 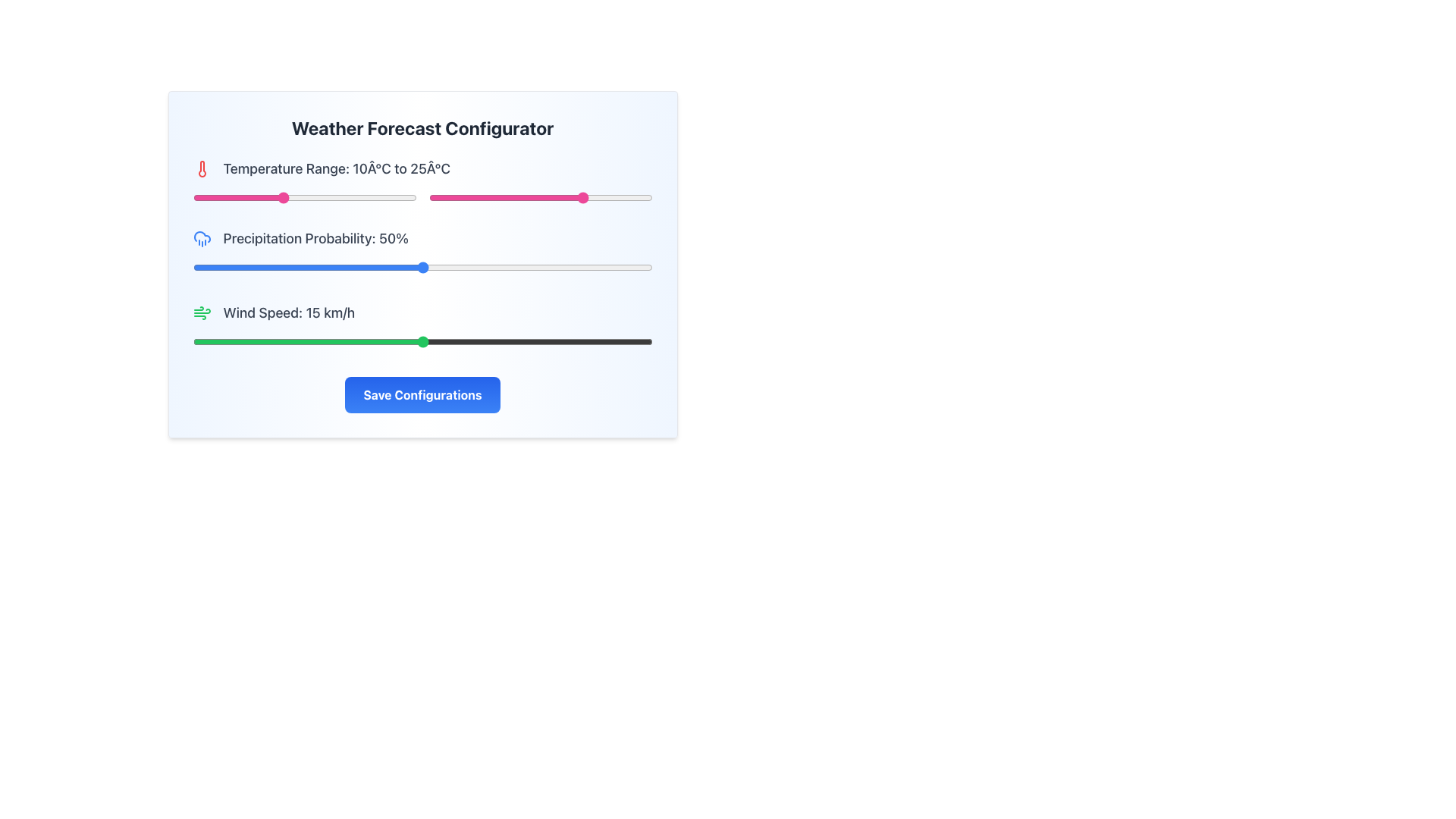 I want to click on the thermometer icon that visually represents the temperature-related aspect next to the 'Temperature Range: 10°C to 25°C' text, so click(x=201, y=169).